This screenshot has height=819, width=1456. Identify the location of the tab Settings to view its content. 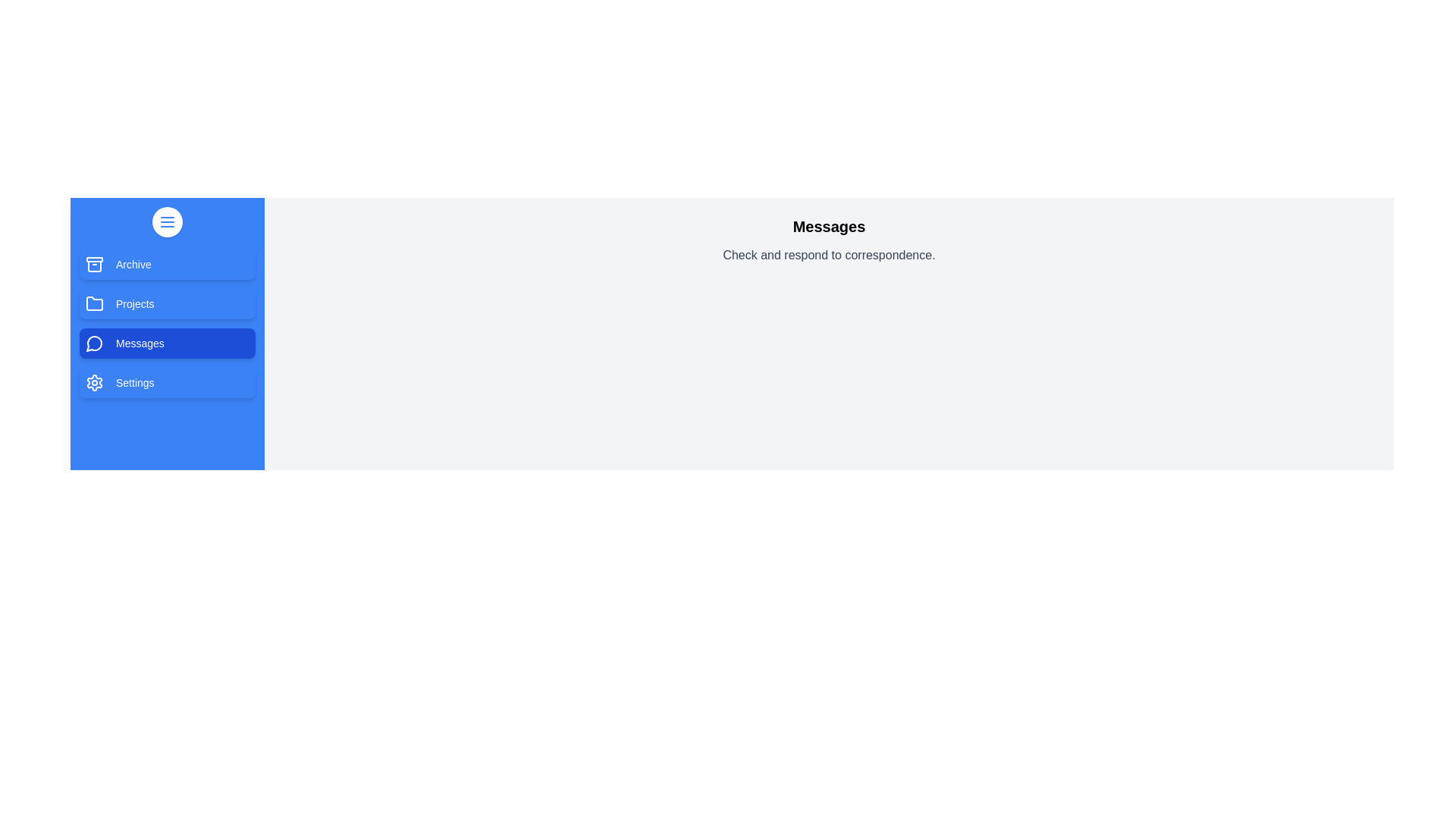
(167, 382).